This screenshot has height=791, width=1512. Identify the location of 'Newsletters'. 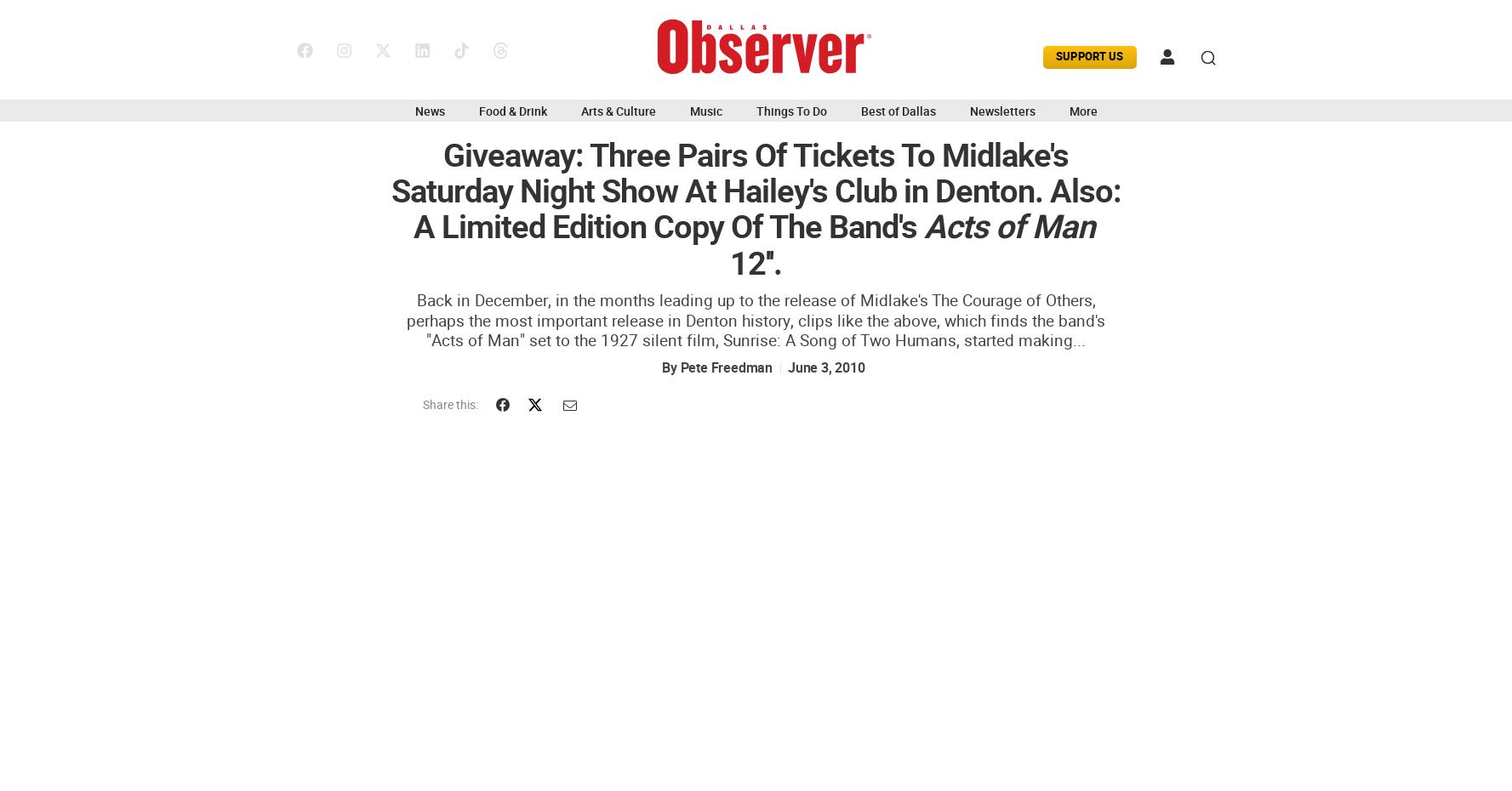
(1001, 111).